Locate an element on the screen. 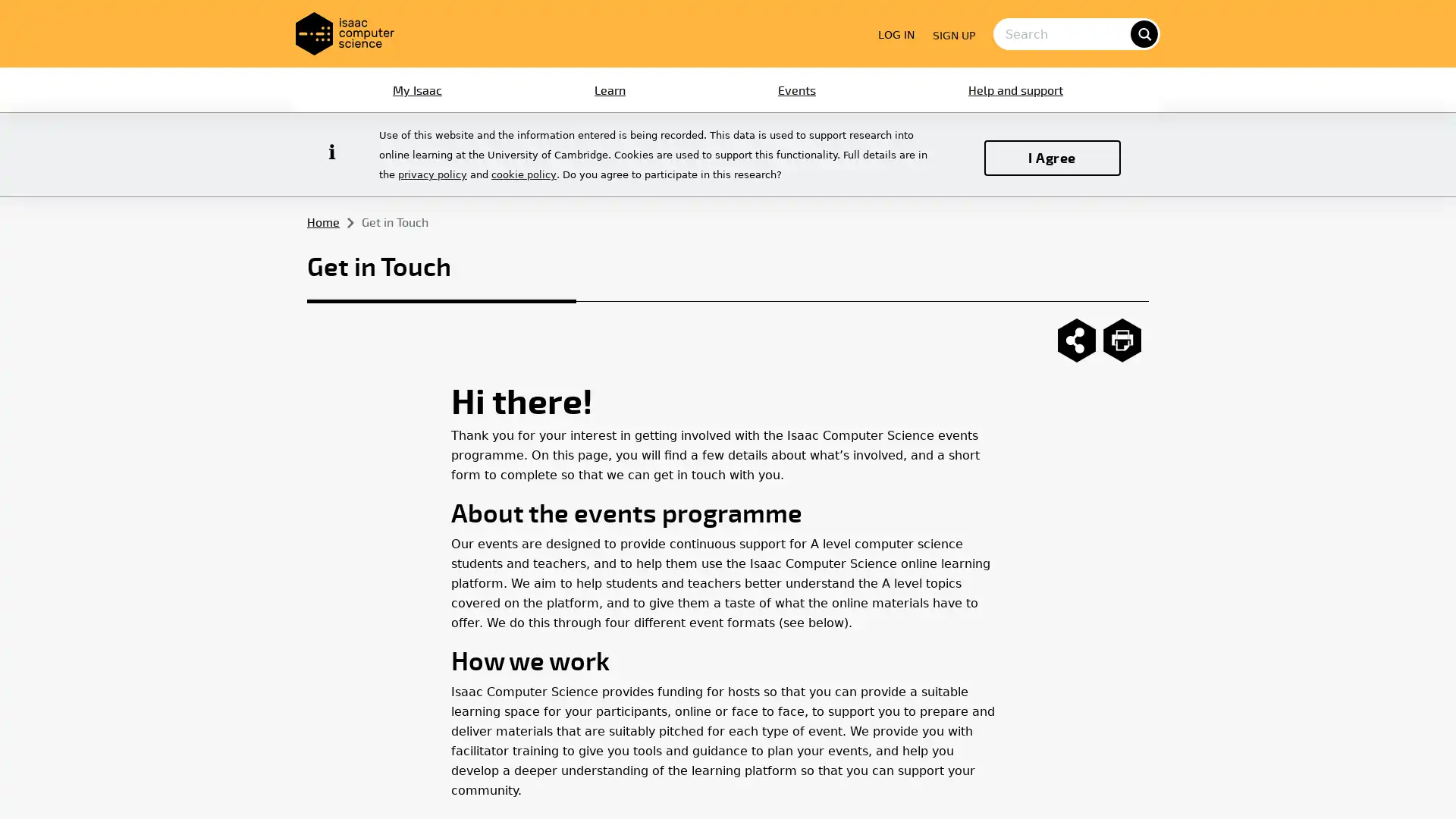  search is located at coordinates (1143, 33).